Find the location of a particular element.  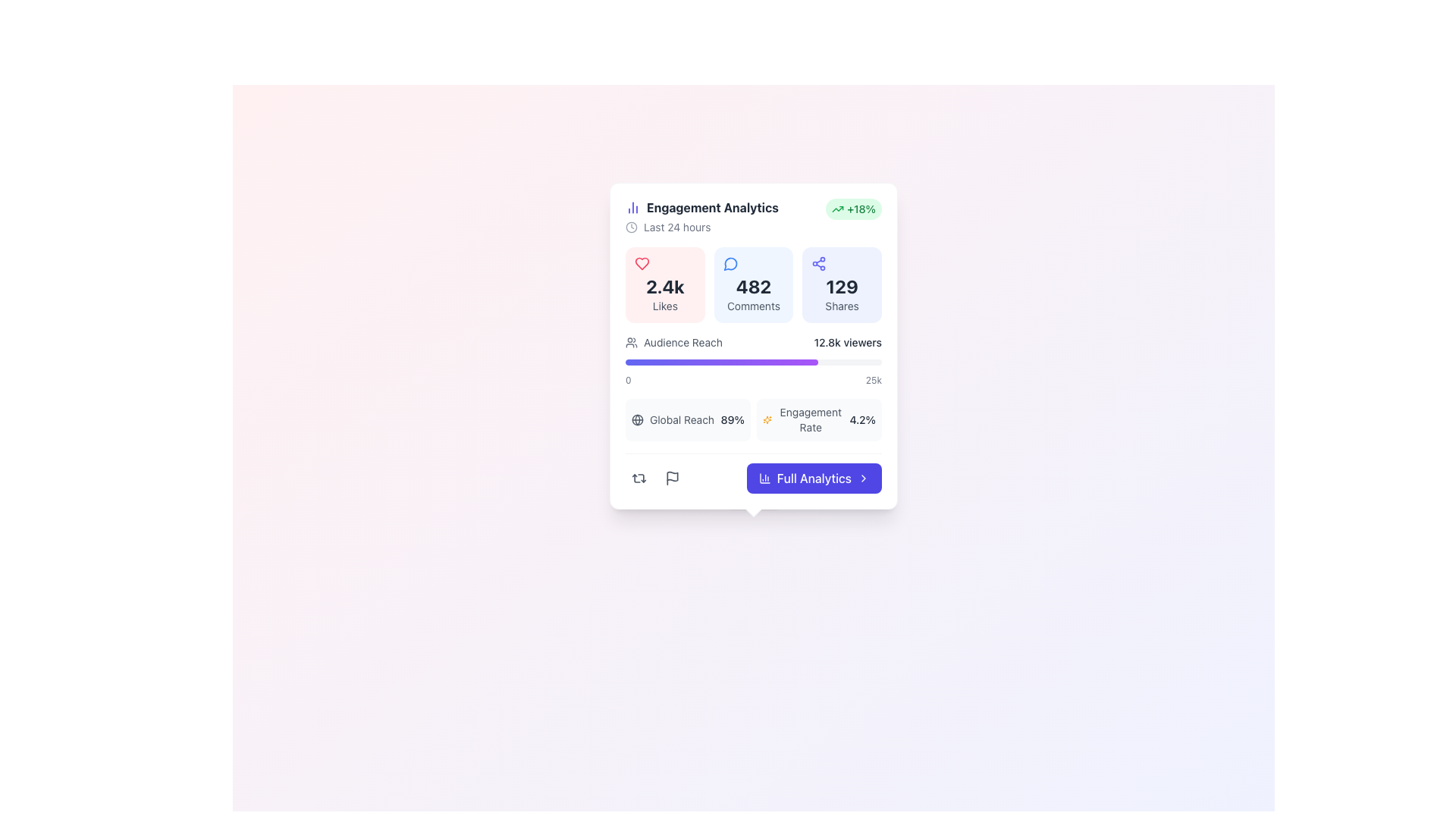

the graphical icon that indicates the purpose of the 'Full Analytics' button is located at coordinates (764, 479).